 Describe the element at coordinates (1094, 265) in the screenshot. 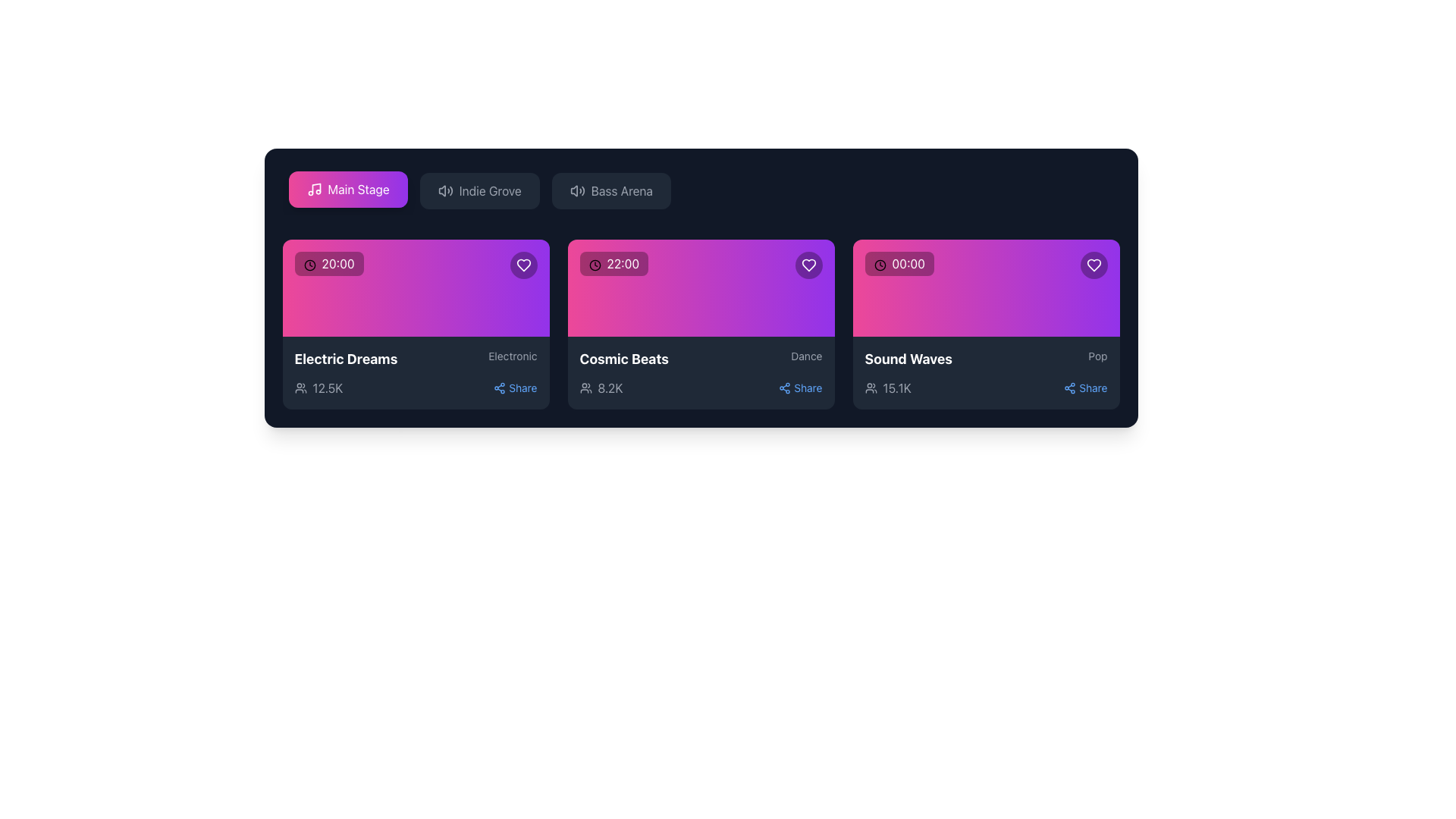

I see `the heart-shaped vector graphic icon outlined in white located at the top-right corner of the card titled 'Sound Waves' to mark the item as favorite` at that location.